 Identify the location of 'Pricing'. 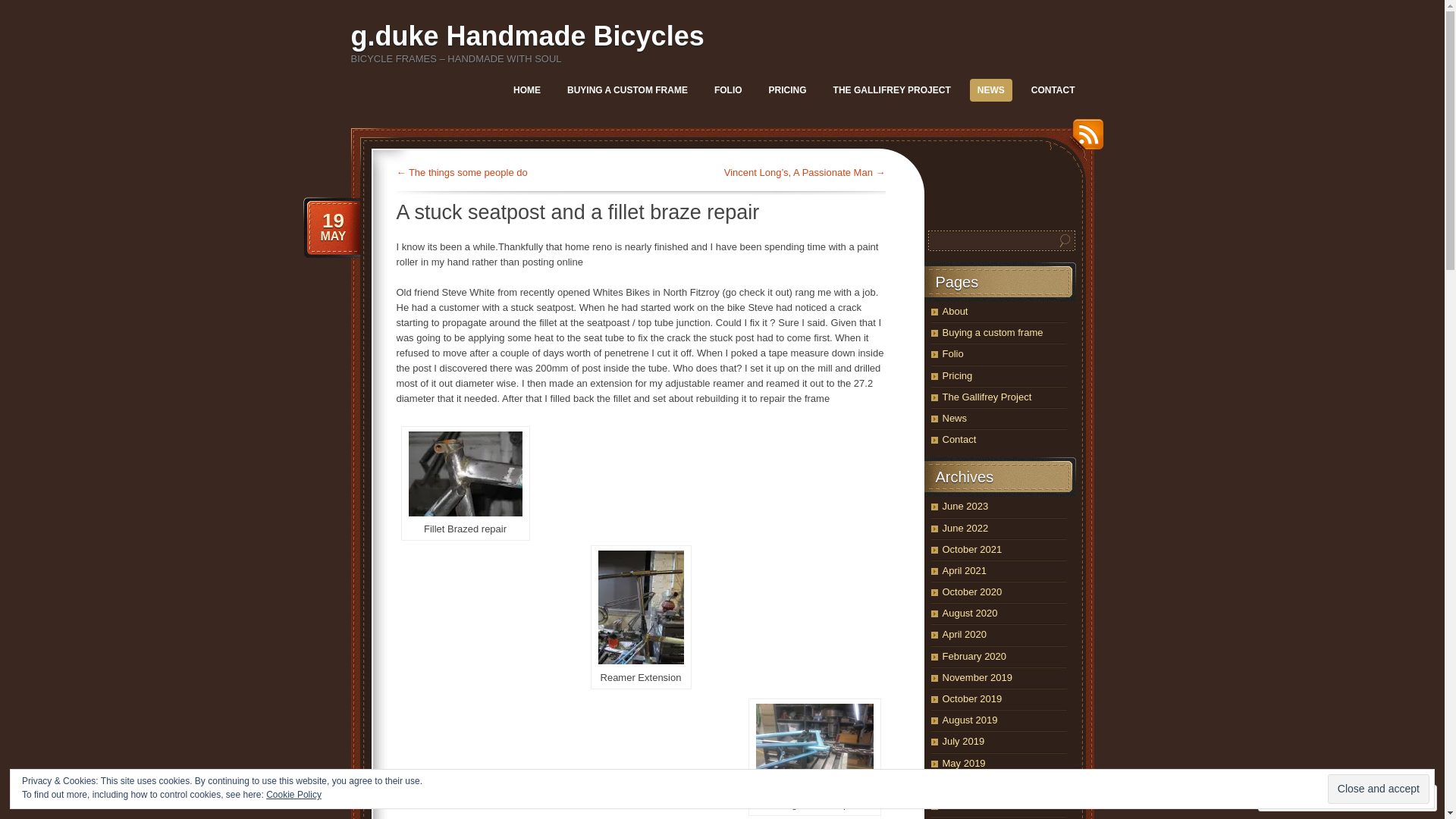
(956, 375).